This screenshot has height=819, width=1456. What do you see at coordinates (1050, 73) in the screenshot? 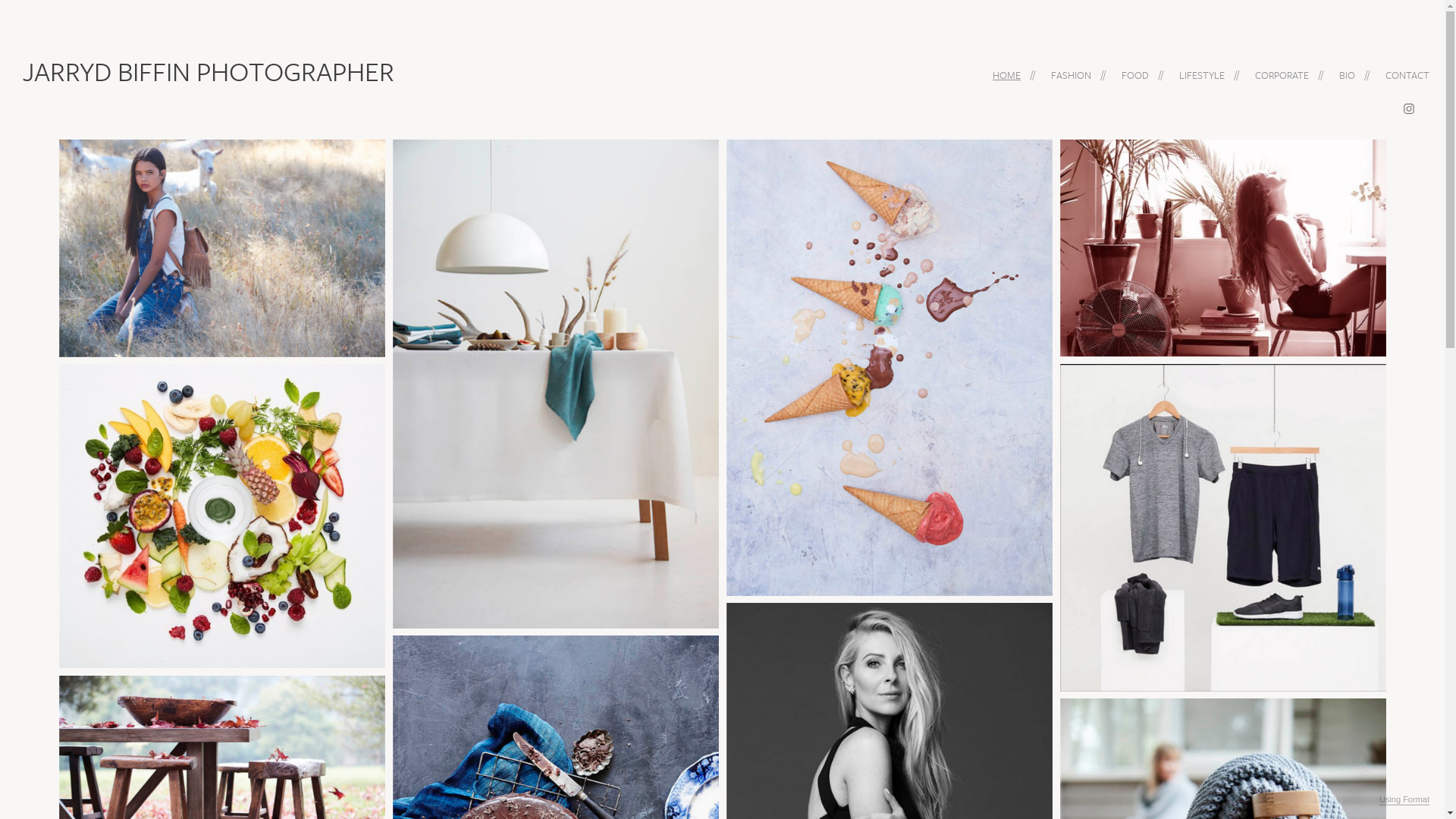
I see `'FASHION'` at bounding box center [1050, 73].